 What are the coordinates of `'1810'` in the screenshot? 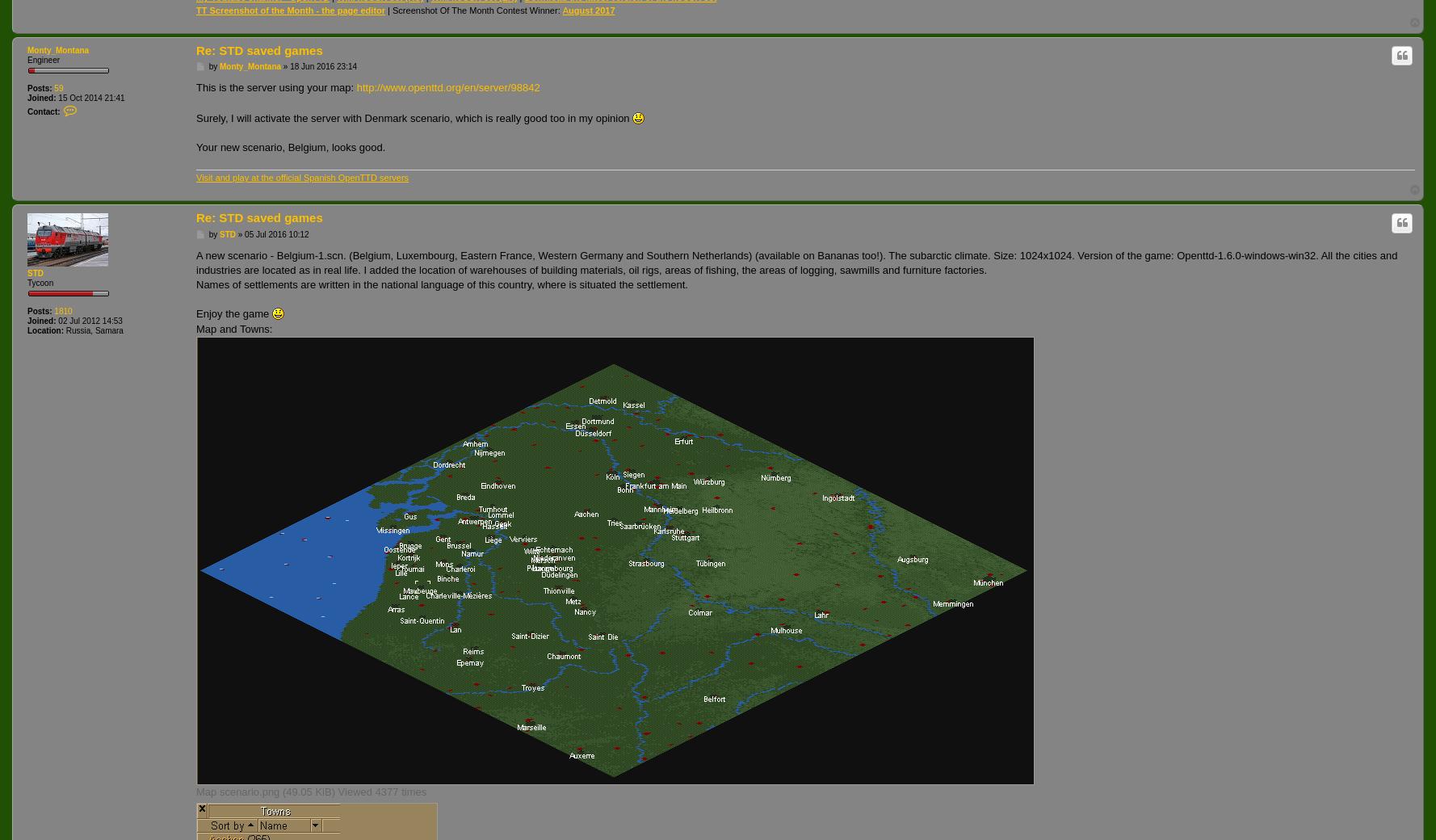 It's located at (62, 310).